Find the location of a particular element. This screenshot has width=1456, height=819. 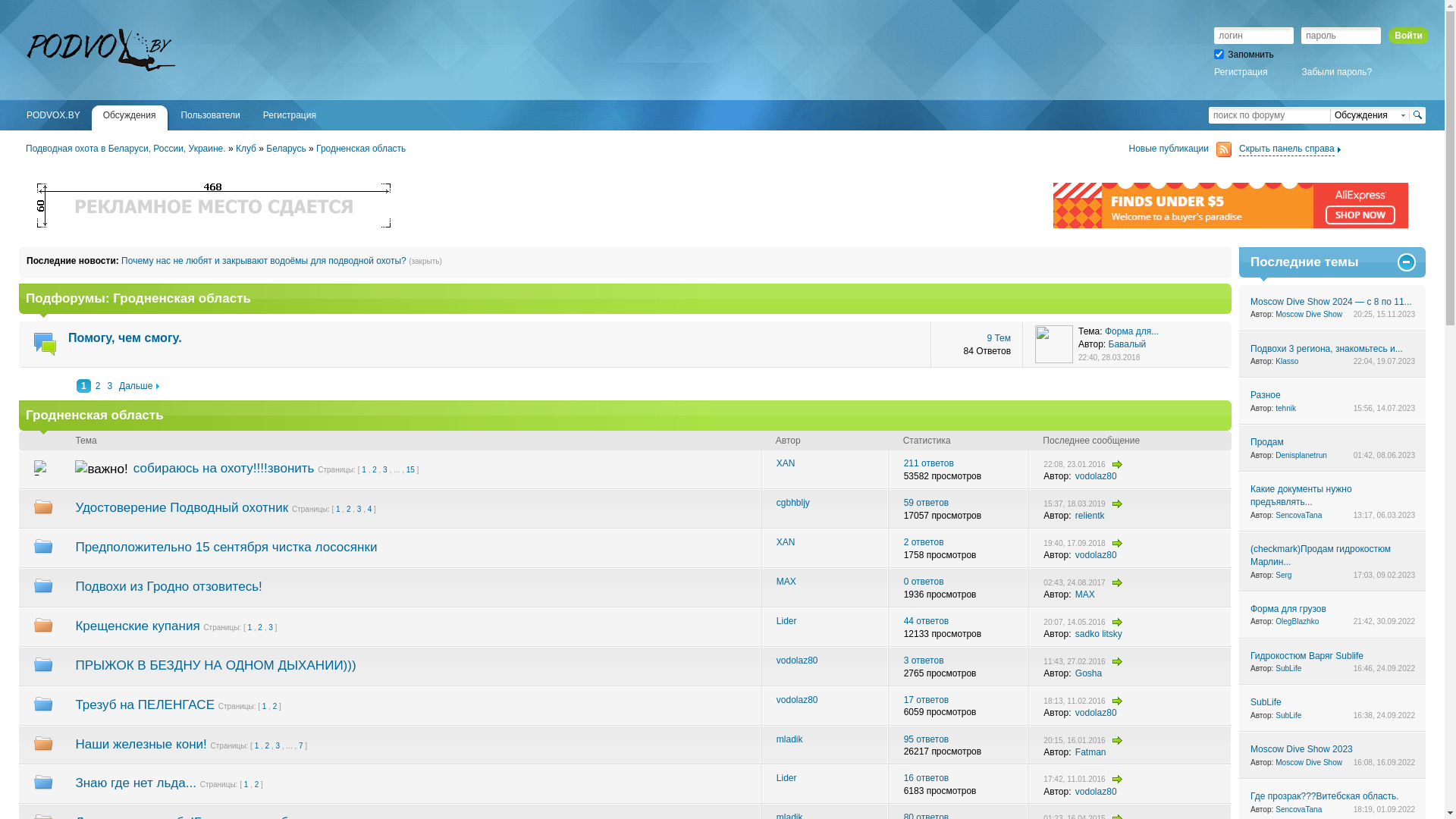

'Moscow Dive Show' is located at coordinates (1308, 313).